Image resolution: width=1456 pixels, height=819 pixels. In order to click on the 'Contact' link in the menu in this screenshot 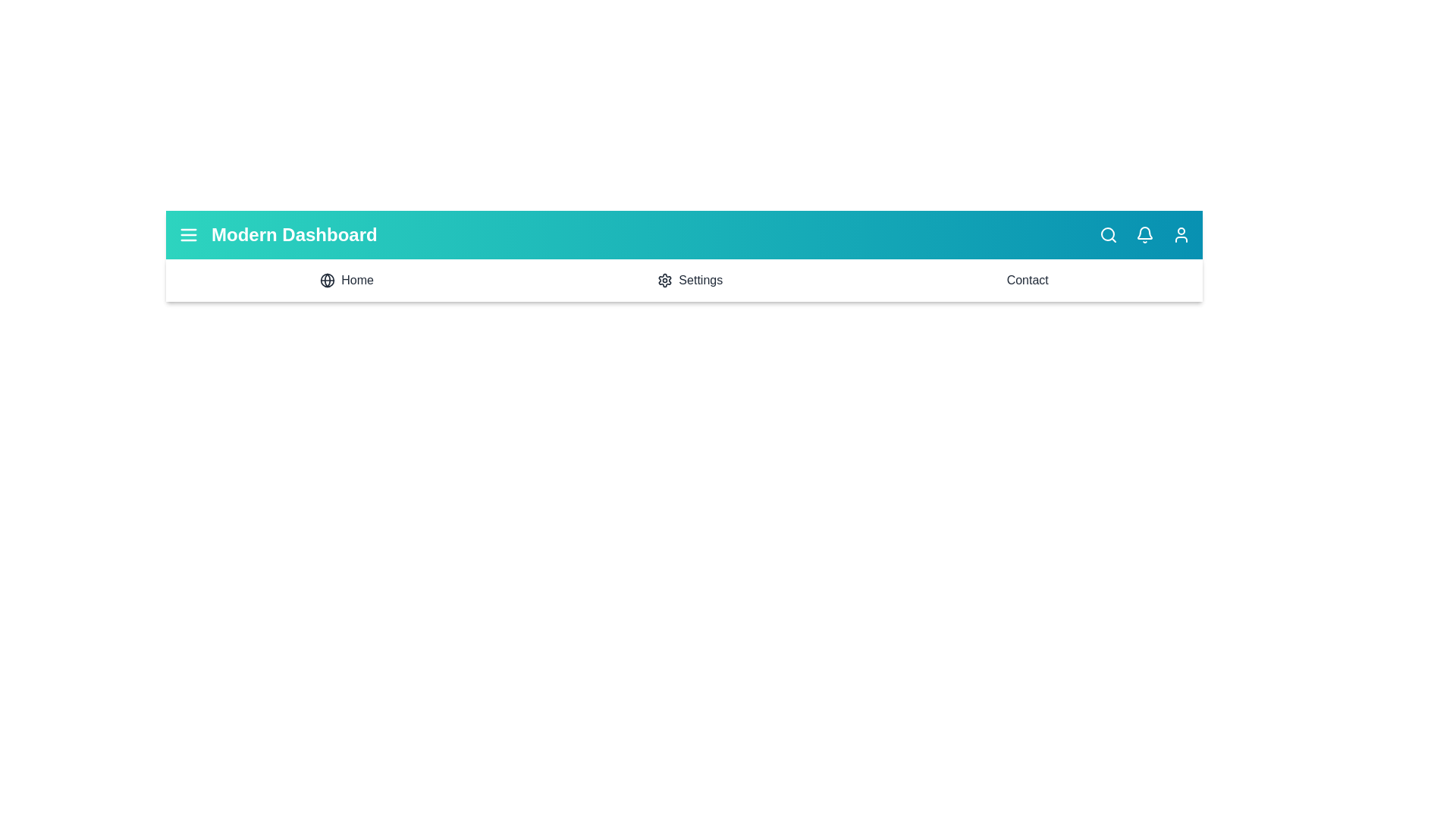, I will do `click(1027, 281)`.